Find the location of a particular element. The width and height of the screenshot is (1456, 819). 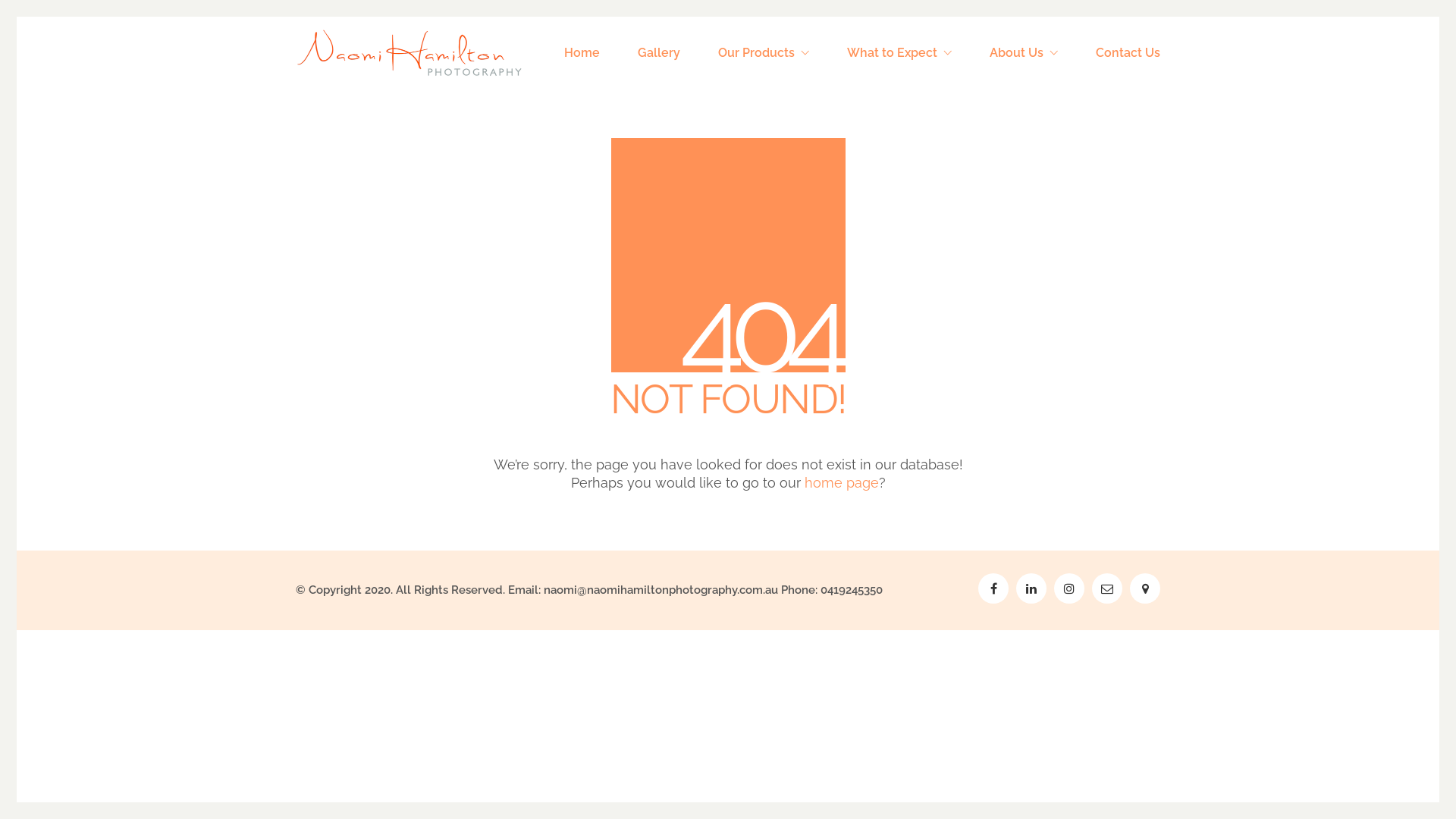

'Instagram' is located at coordinates (1068, 587).